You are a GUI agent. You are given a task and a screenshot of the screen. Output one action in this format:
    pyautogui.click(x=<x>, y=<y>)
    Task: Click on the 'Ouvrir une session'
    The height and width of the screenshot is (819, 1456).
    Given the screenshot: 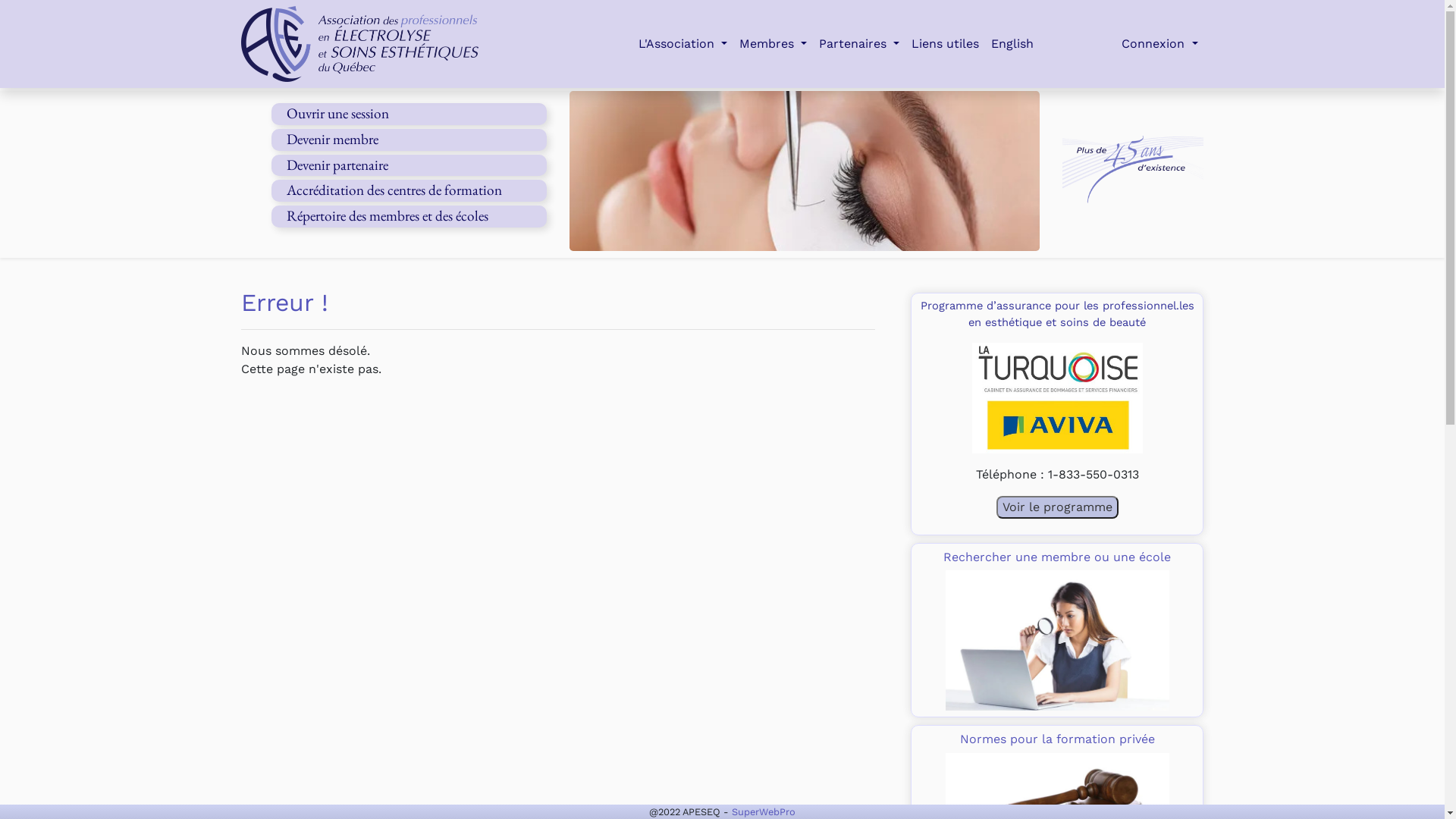 What is the action you would take?
    pyautogui.click(x=337, y=112)
    